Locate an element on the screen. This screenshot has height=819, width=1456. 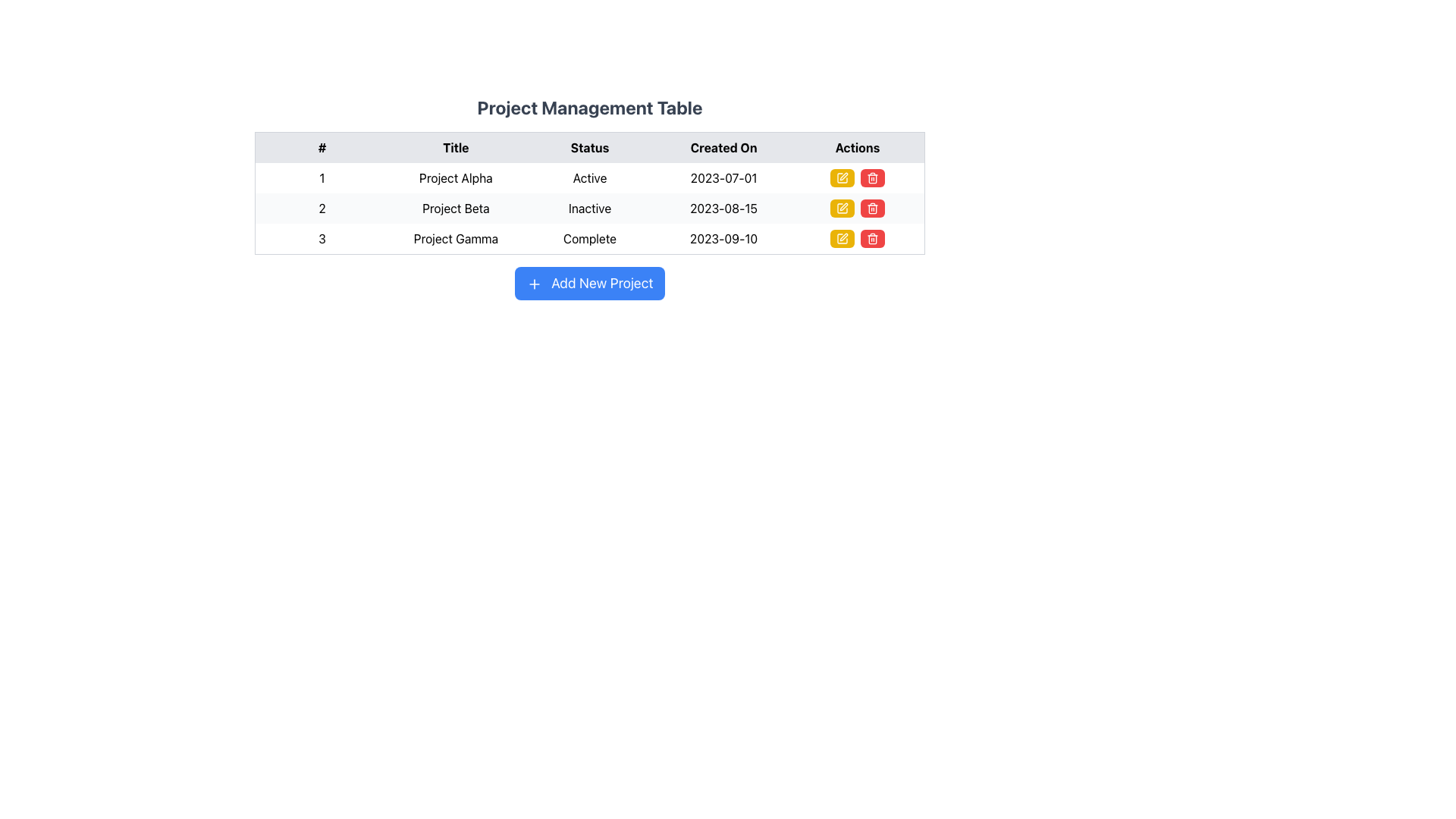
the small text block displaying the number '1' located in the first cell of the first row under the '#' header of a table, which is part of the row containing details about 'Project Alpha' is located at coordinates (321, 177).